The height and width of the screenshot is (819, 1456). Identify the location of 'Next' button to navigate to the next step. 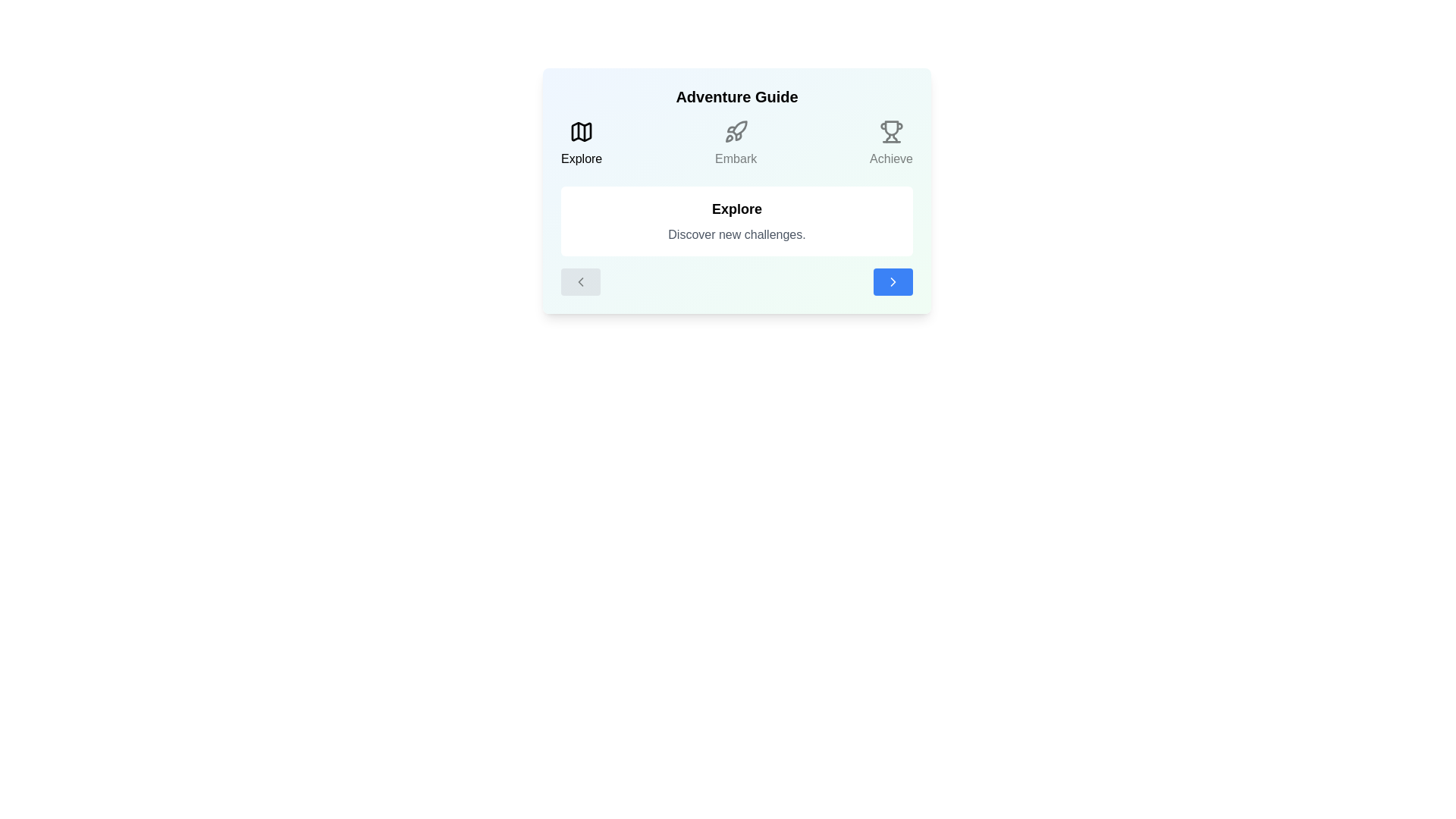
(893, 281).